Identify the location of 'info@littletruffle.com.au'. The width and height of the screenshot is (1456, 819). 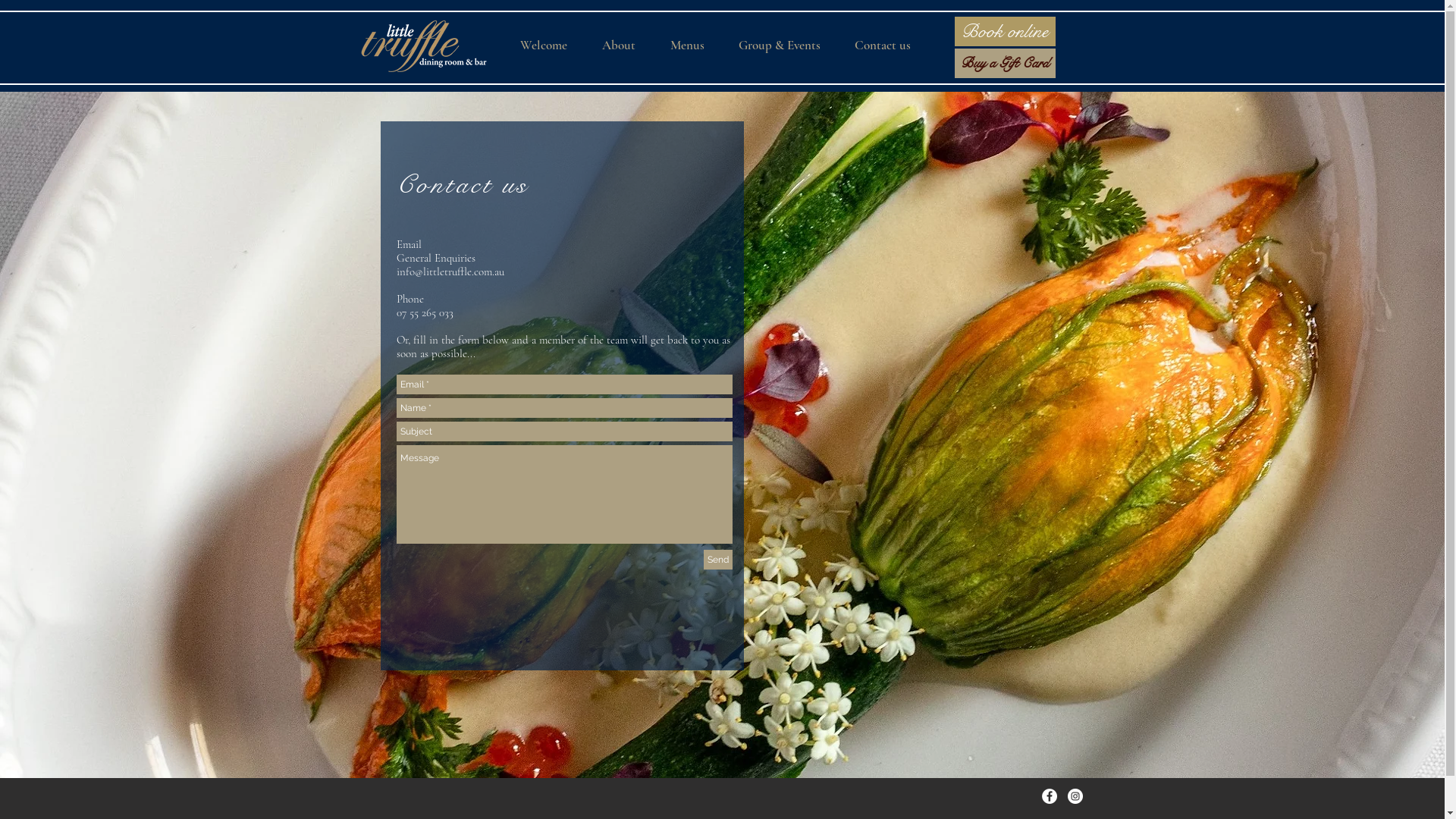
(396, 271).